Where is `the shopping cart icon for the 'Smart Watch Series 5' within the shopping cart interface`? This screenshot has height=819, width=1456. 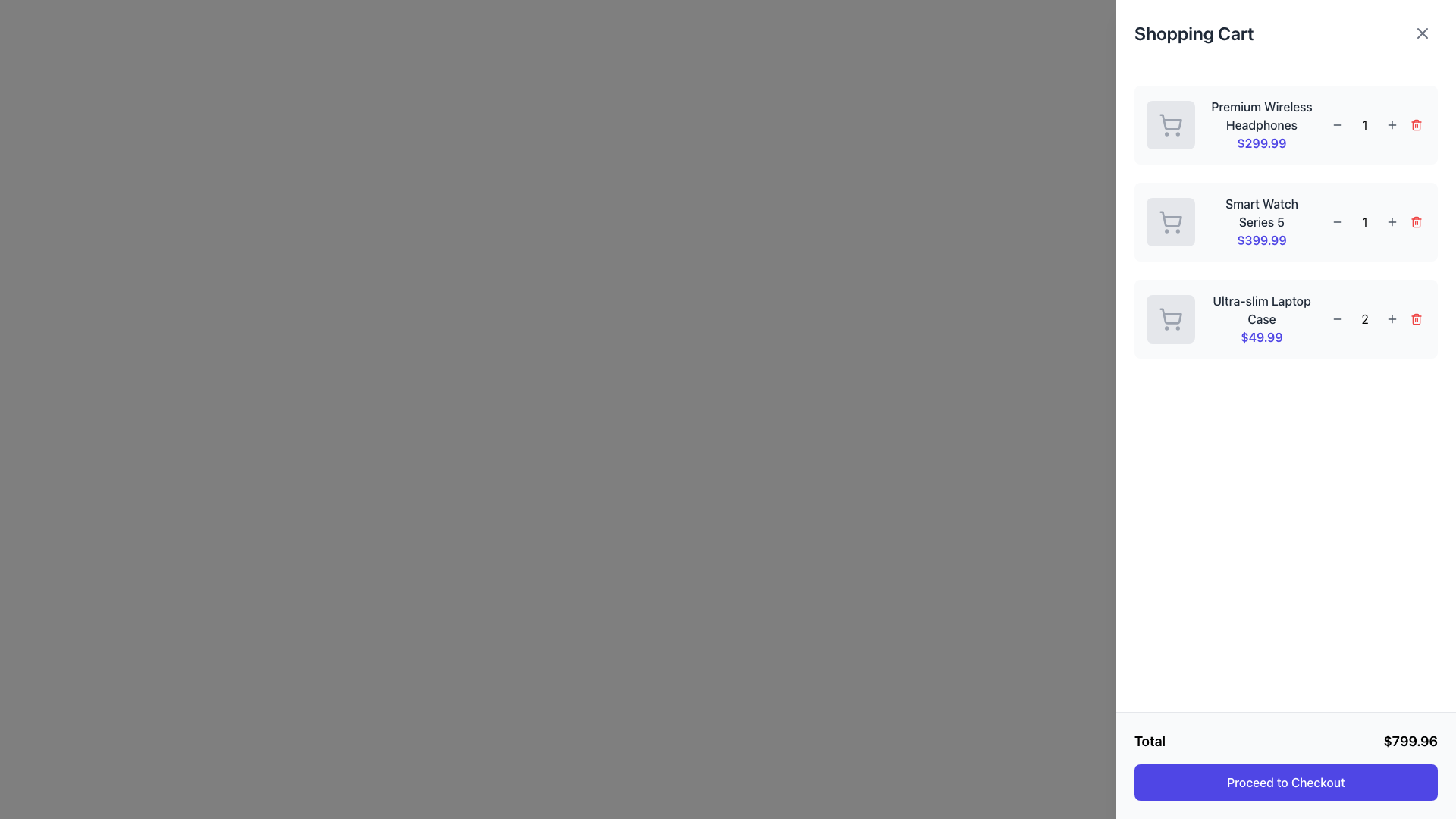 the shopping cart icon for the 'Smart Watch Series 5' within the shopping cart interface is located at coordinates (1170, 222).